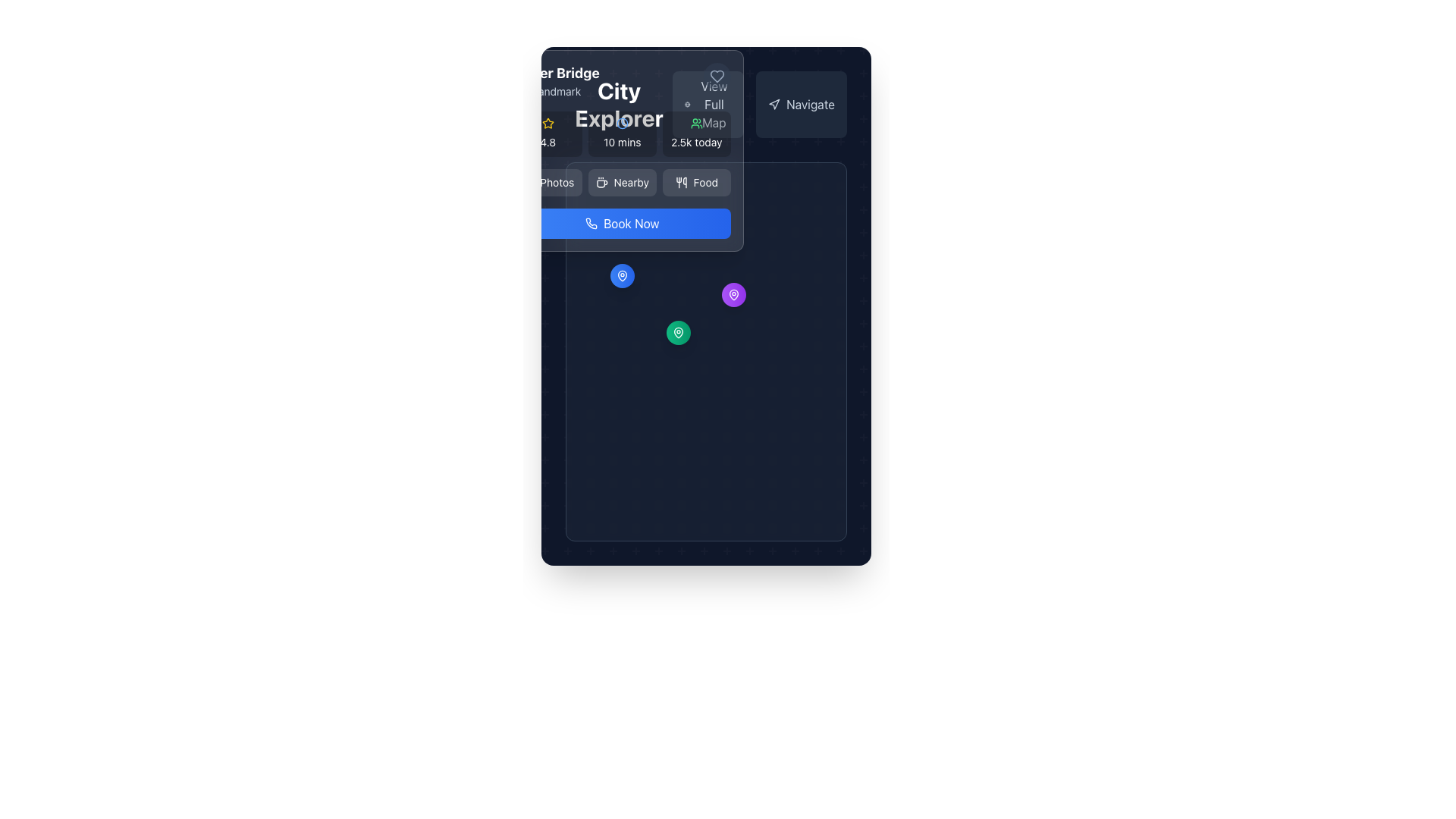 The height and width of the screenshot is (819, 1456). Describe the element at coordinates (734, 295) in the screenshot. I see `the purple map marker icon located in the top-right quadrant of the map interface, which represents a specific point of interest` at that location.